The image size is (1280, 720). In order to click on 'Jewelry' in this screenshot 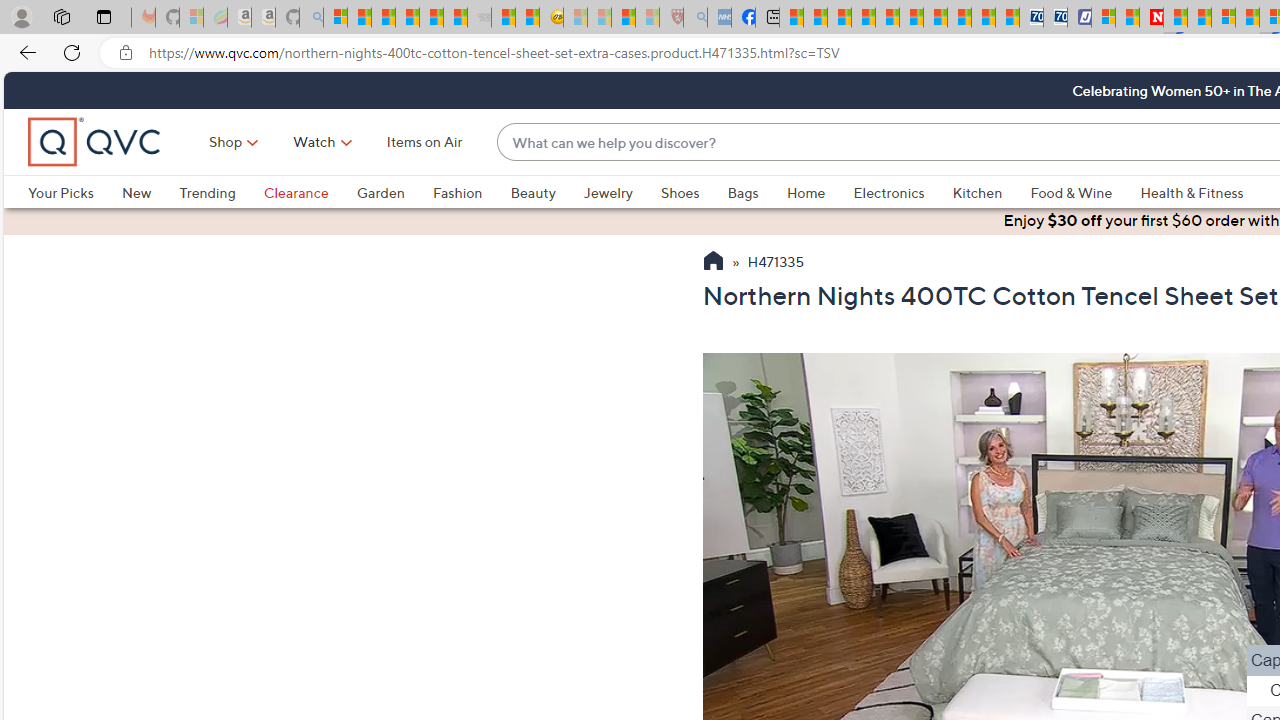, I will do `click(607, 192)`.